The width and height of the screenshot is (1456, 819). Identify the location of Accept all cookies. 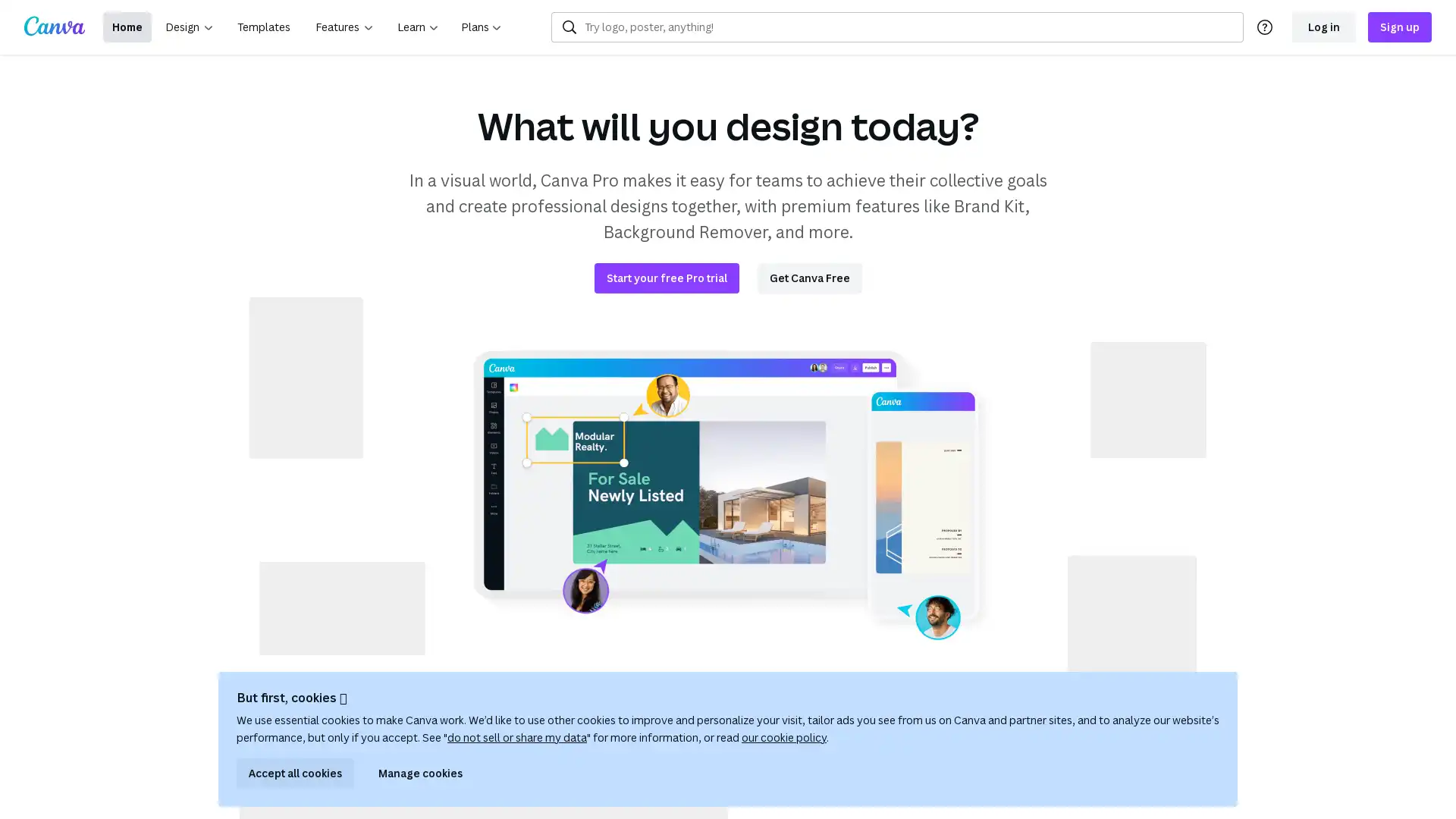
(295, 773).